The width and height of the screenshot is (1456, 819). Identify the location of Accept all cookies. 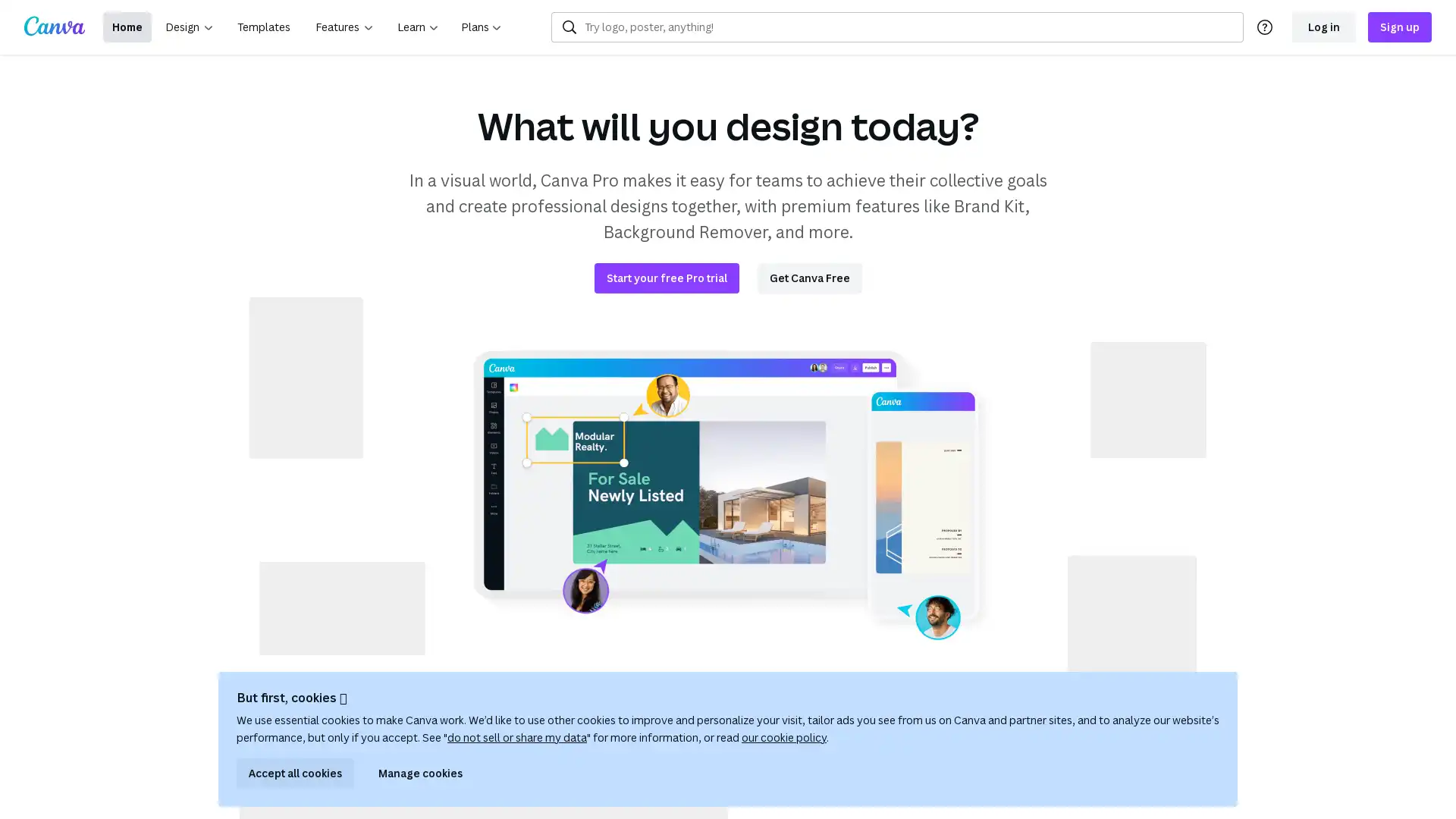
(295, 773).